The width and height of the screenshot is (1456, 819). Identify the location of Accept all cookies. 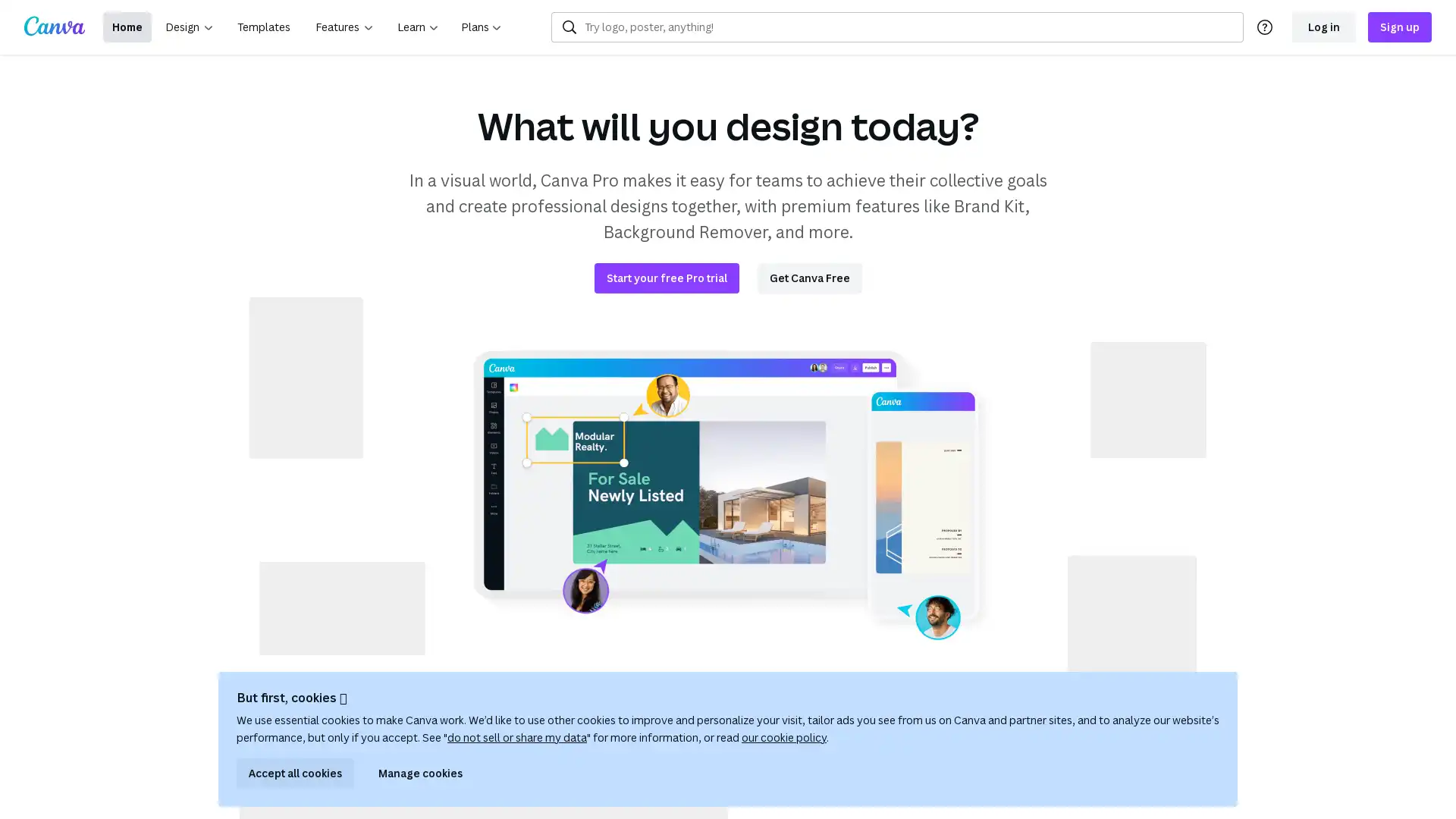
(295, 773).